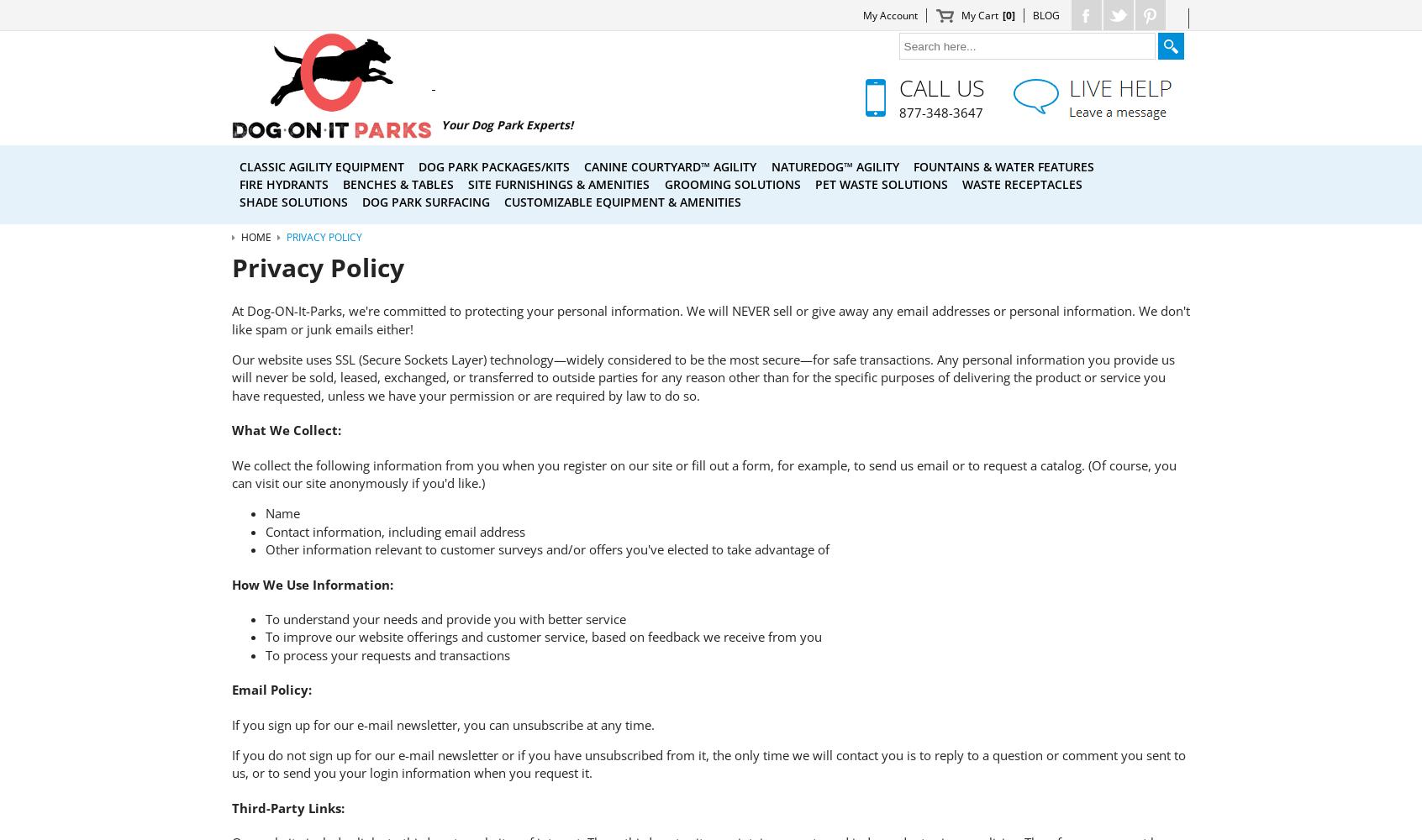 The height and width of the screenshot is (840, 1422). What do you see at coordinates (255, 237) in the screenshot?
I see `'Home'` at bounding box center [255, 237].